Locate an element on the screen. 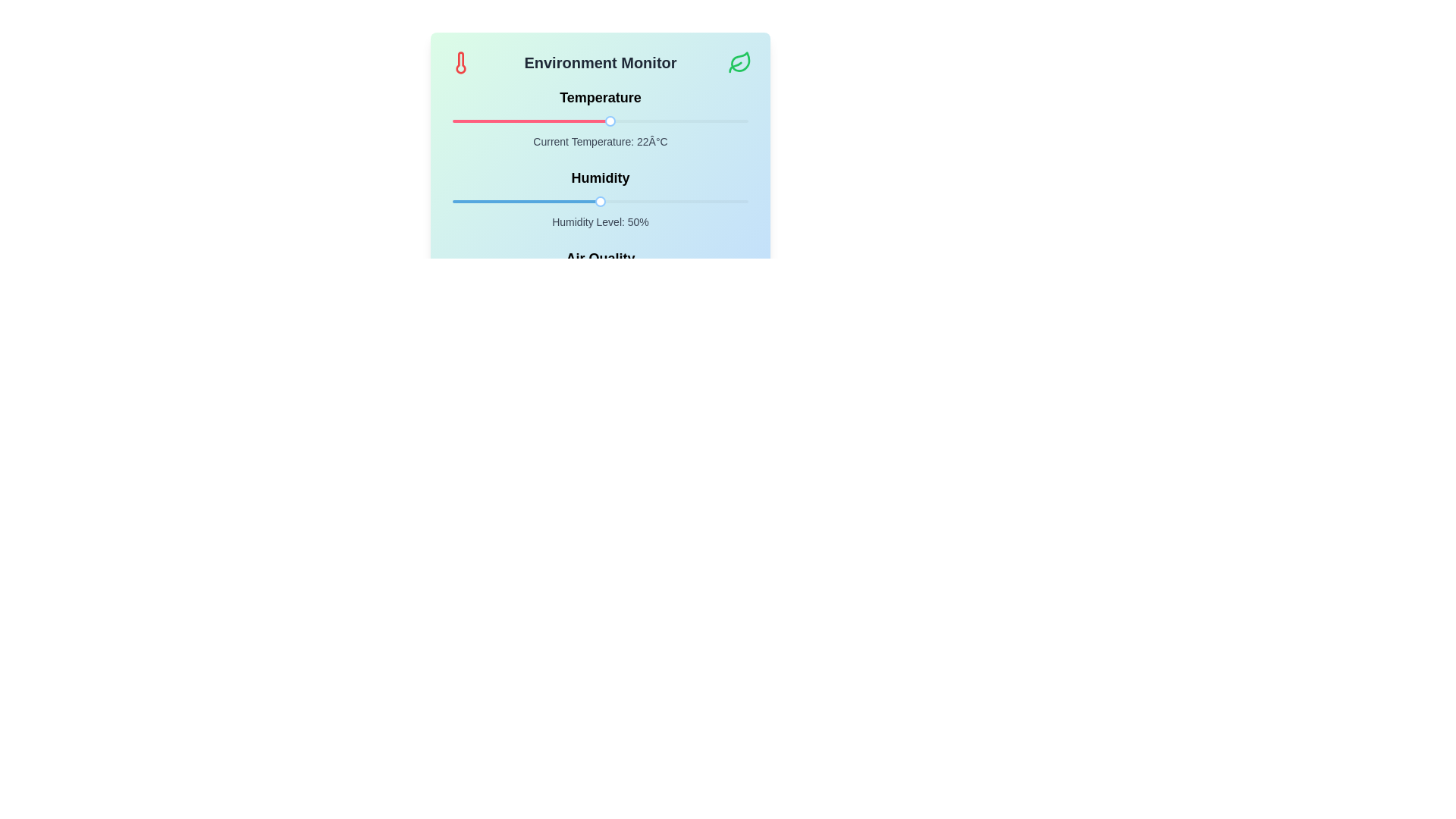  the temperature is located at coordinates (555, 120).